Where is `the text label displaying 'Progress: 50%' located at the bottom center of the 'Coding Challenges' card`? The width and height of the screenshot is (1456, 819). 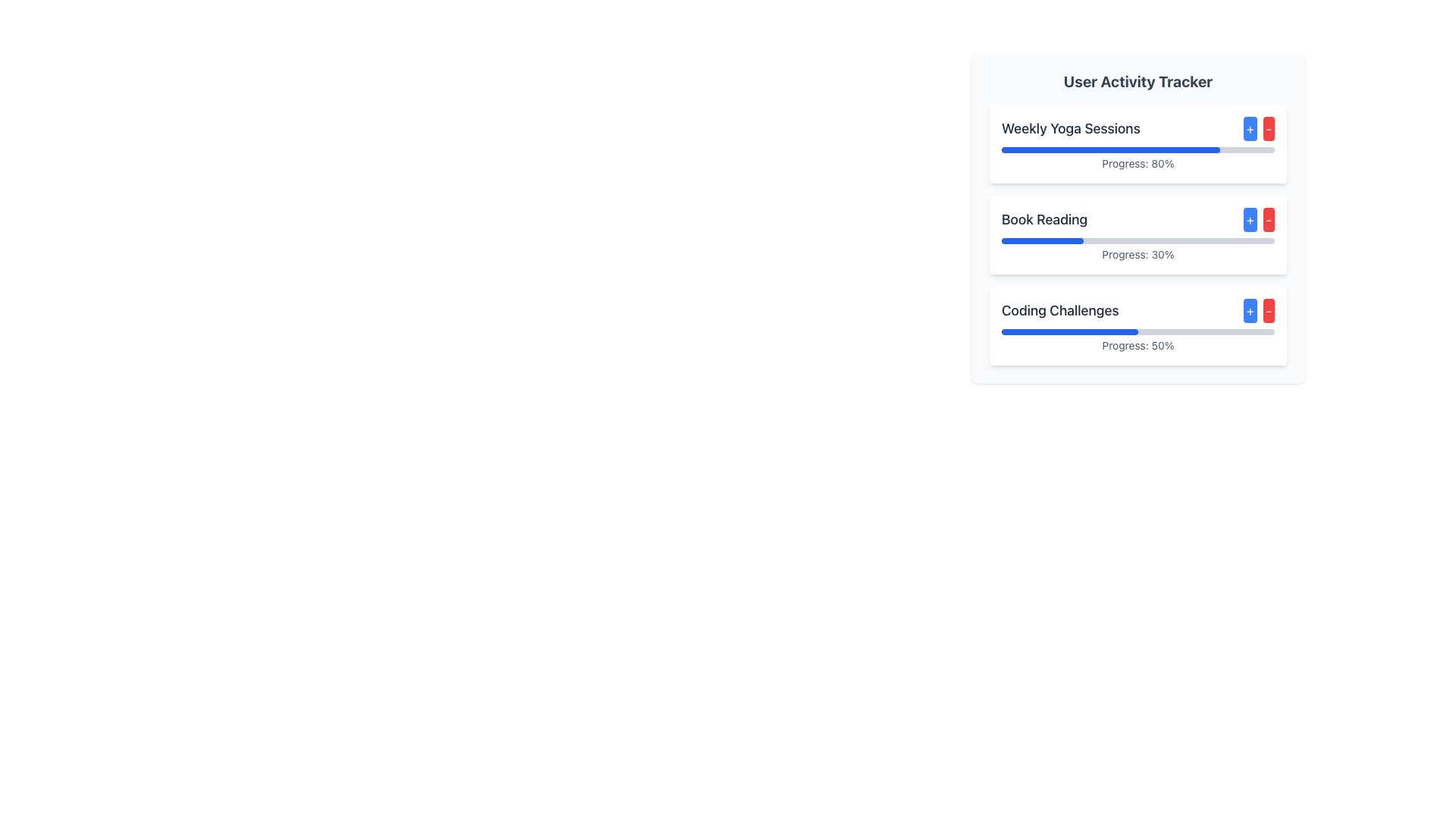 the text label displaying 'Progress: 50%' located at the bottom center of the 'Coding Challenges' card is located at coordinates (1138, 345).